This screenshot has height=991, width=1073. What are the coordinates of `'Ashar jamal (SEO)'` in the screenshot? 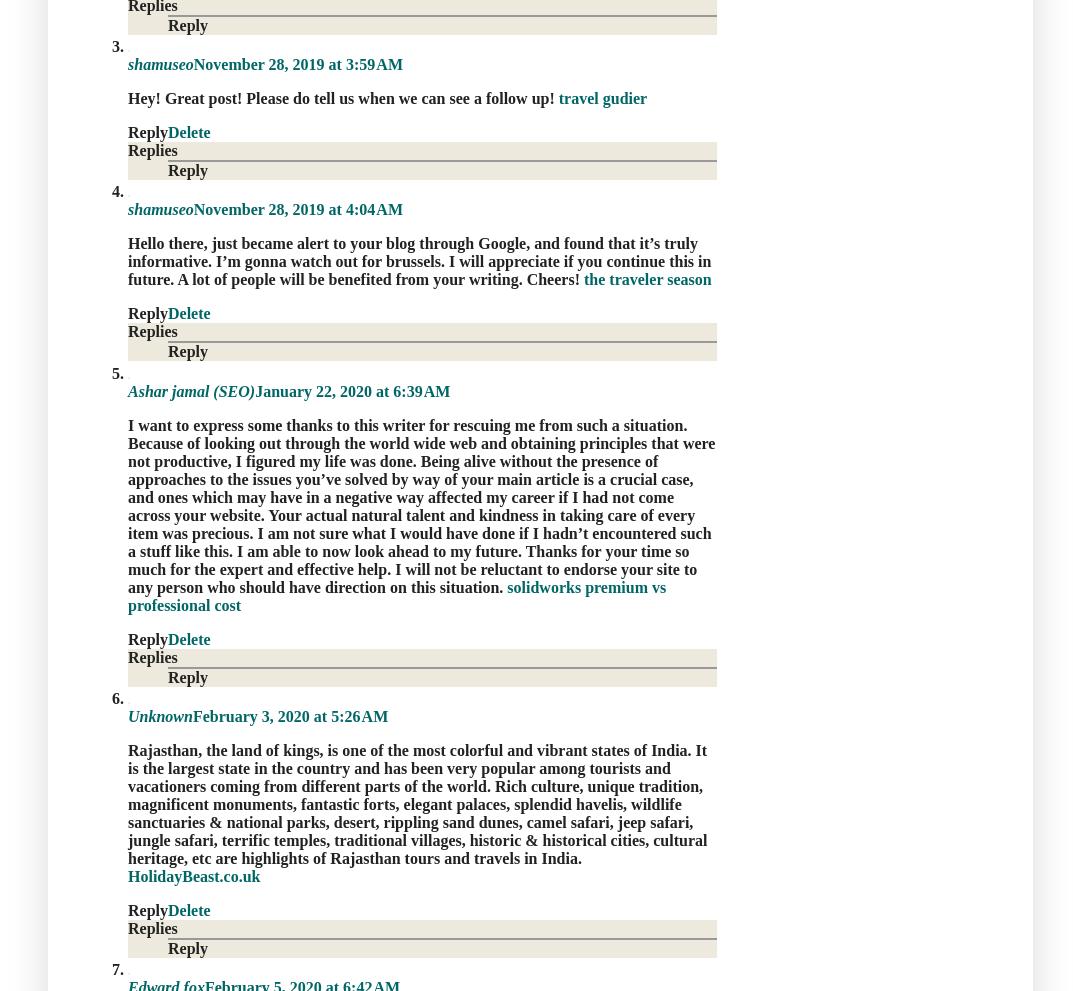 It's located at (191, 389).